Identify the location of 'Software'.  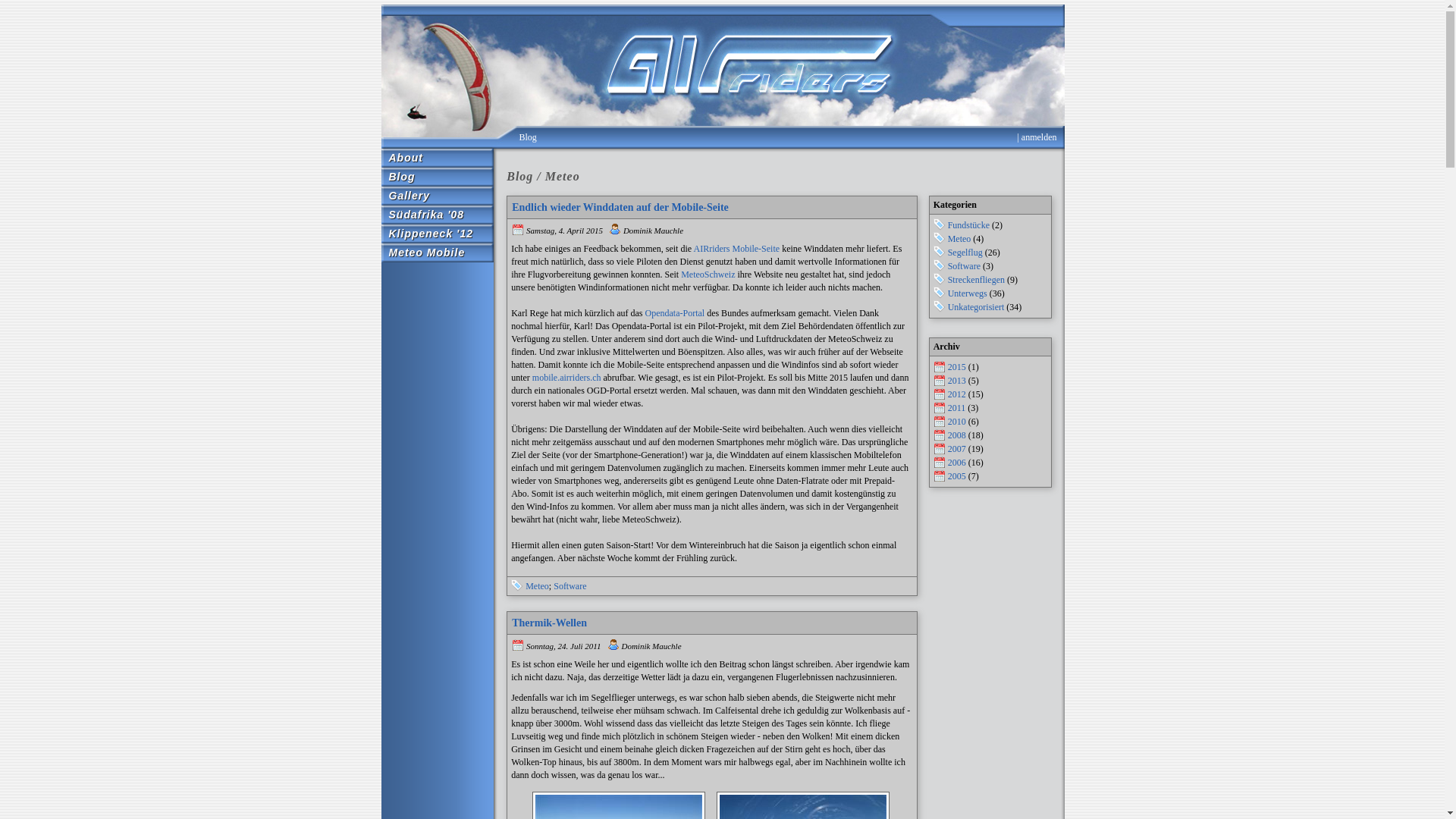
(569, 585).